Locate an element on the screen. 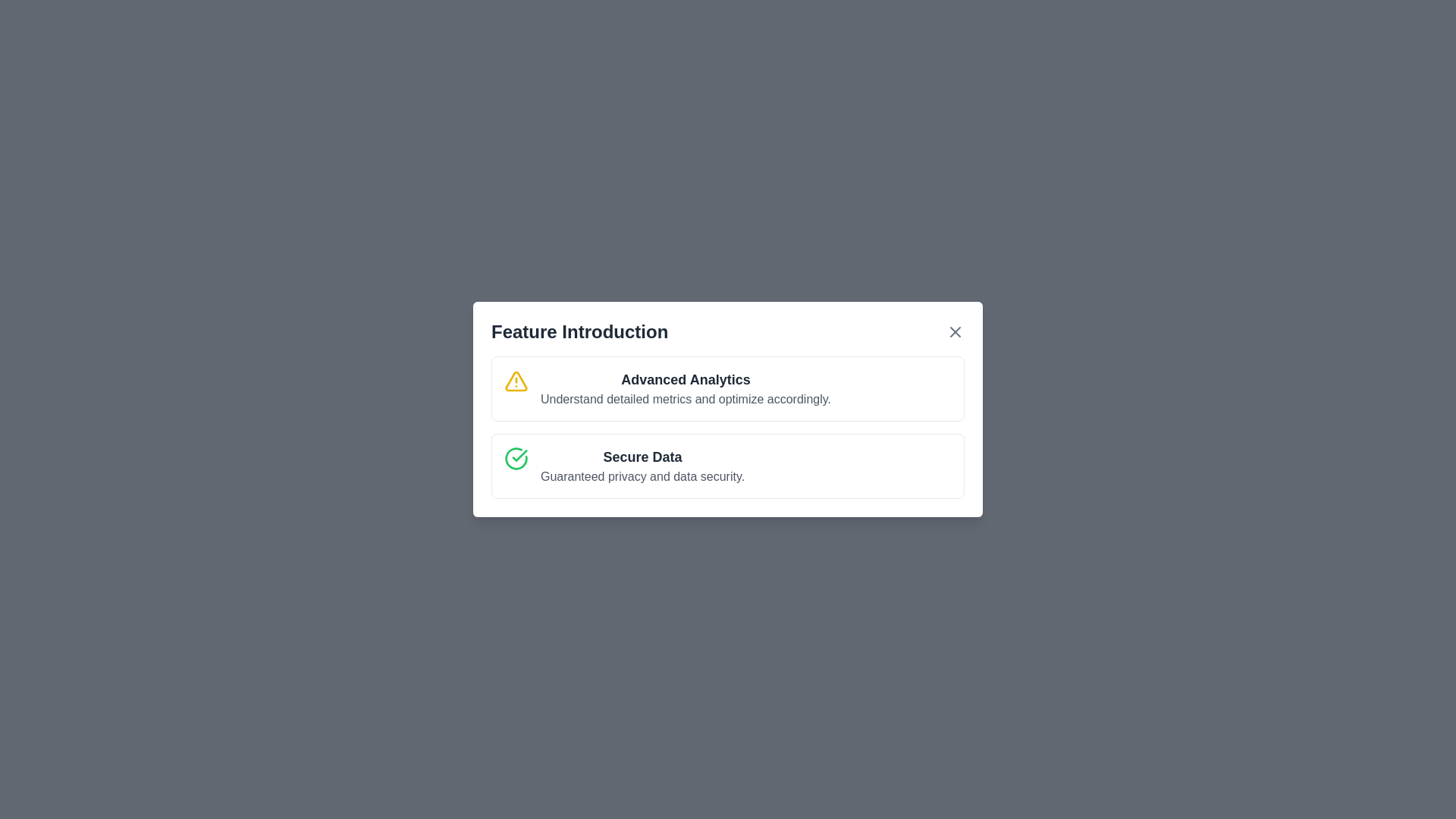 Image resolution: width=1456 pixels, height=819 pixels. the informational Text Label located in the second card under the 'Secure Data' title, which provides additional context about the feature is located at coordinates (642, 475).